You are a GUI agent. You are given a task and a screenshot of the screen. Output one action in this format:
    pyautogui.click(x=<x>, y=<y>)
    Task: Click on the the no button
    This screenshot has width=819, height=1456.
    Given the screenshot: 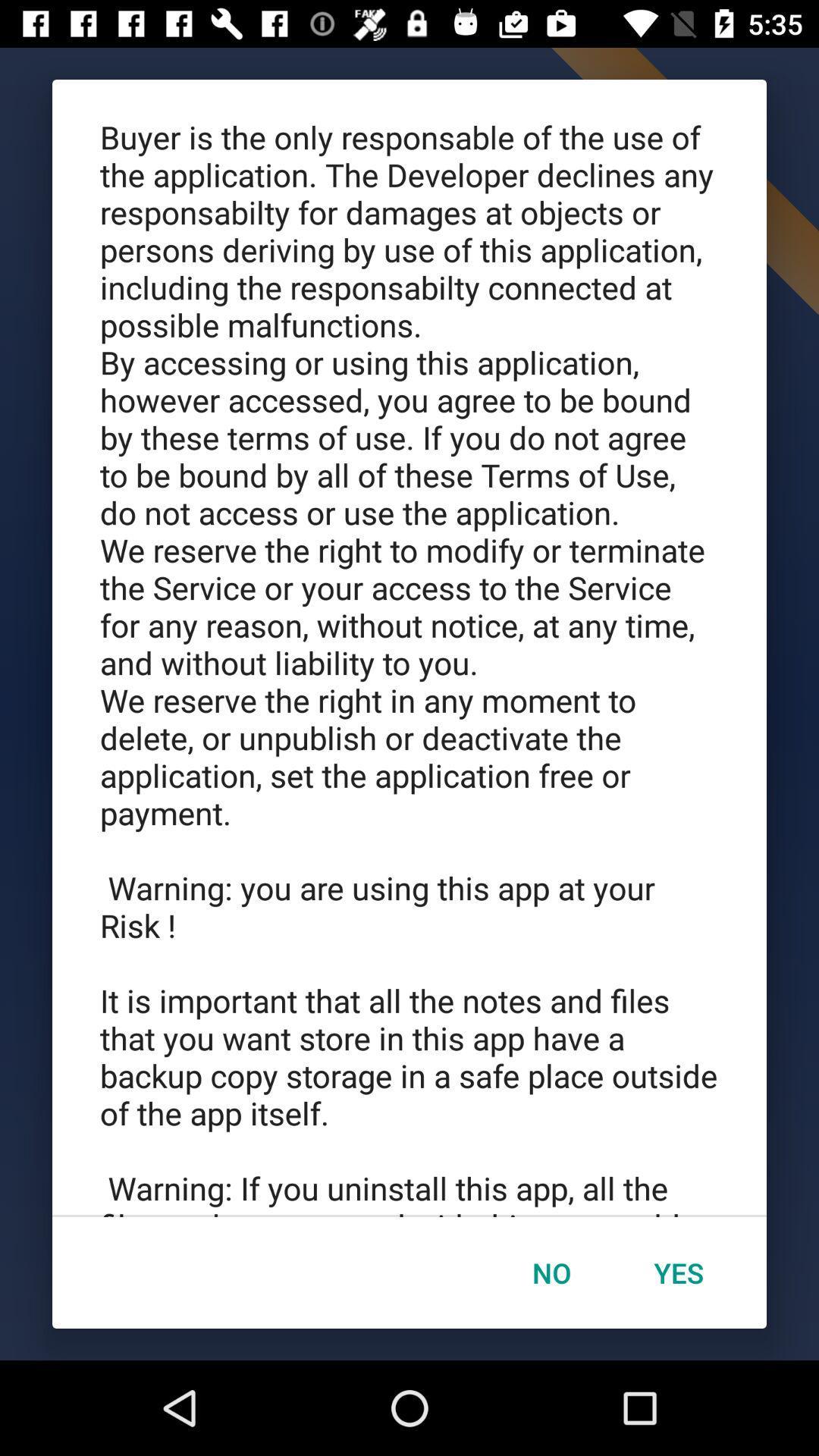 What is the action you would take?
    pyautogui.click(x=551, y=1272)
    